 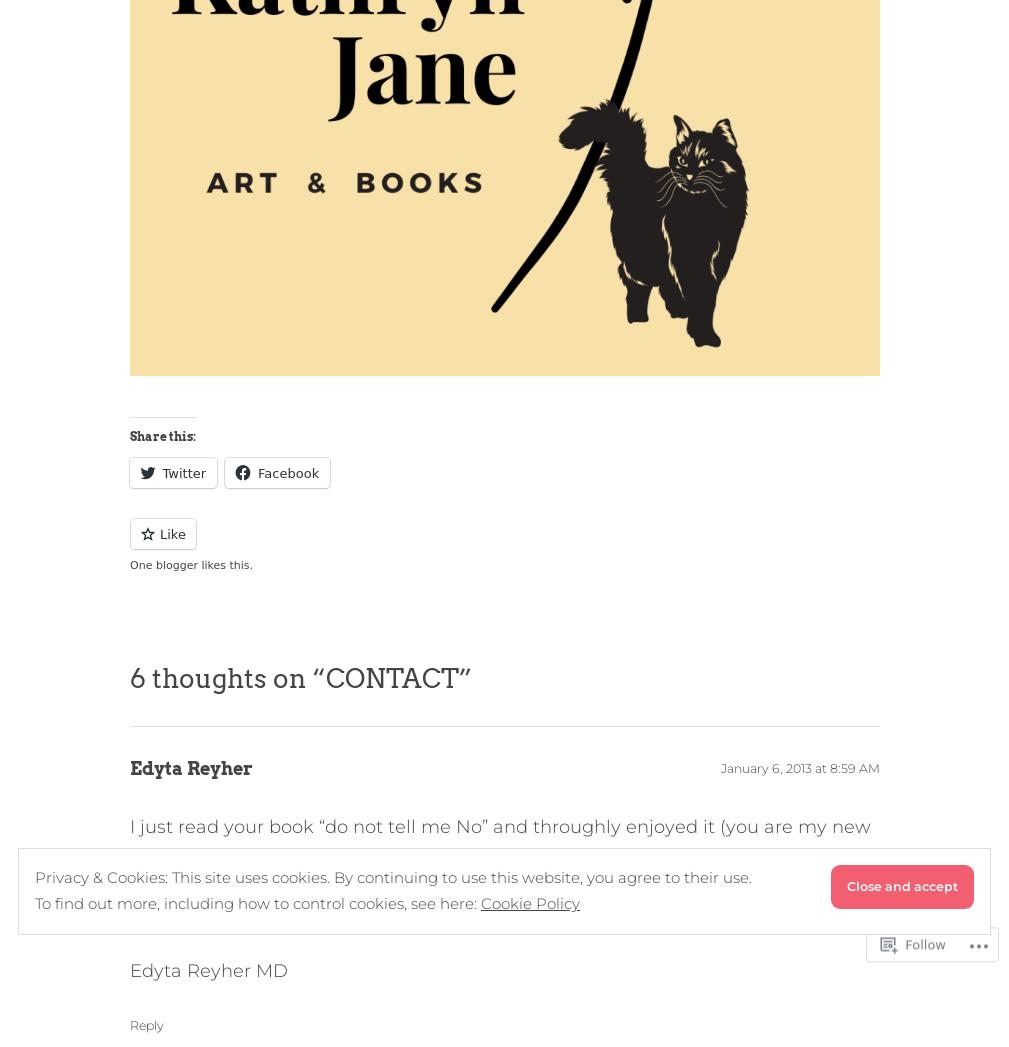 What do you see at coordinates (145, 1024) in the screenshot?
I see `'Reply'` at bounding box center [145, 1024].